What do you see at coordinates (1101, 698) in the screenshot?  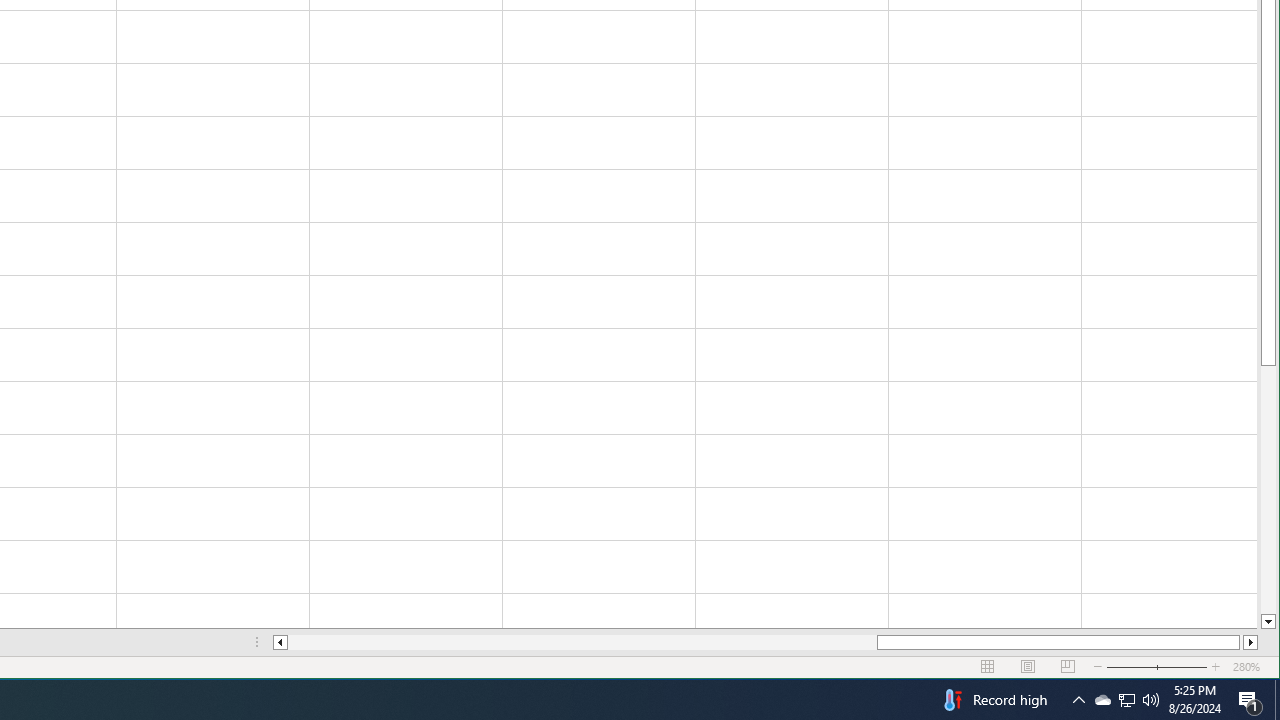 I see `'Q2790: 100%'` at bounding box center [1101, 698].